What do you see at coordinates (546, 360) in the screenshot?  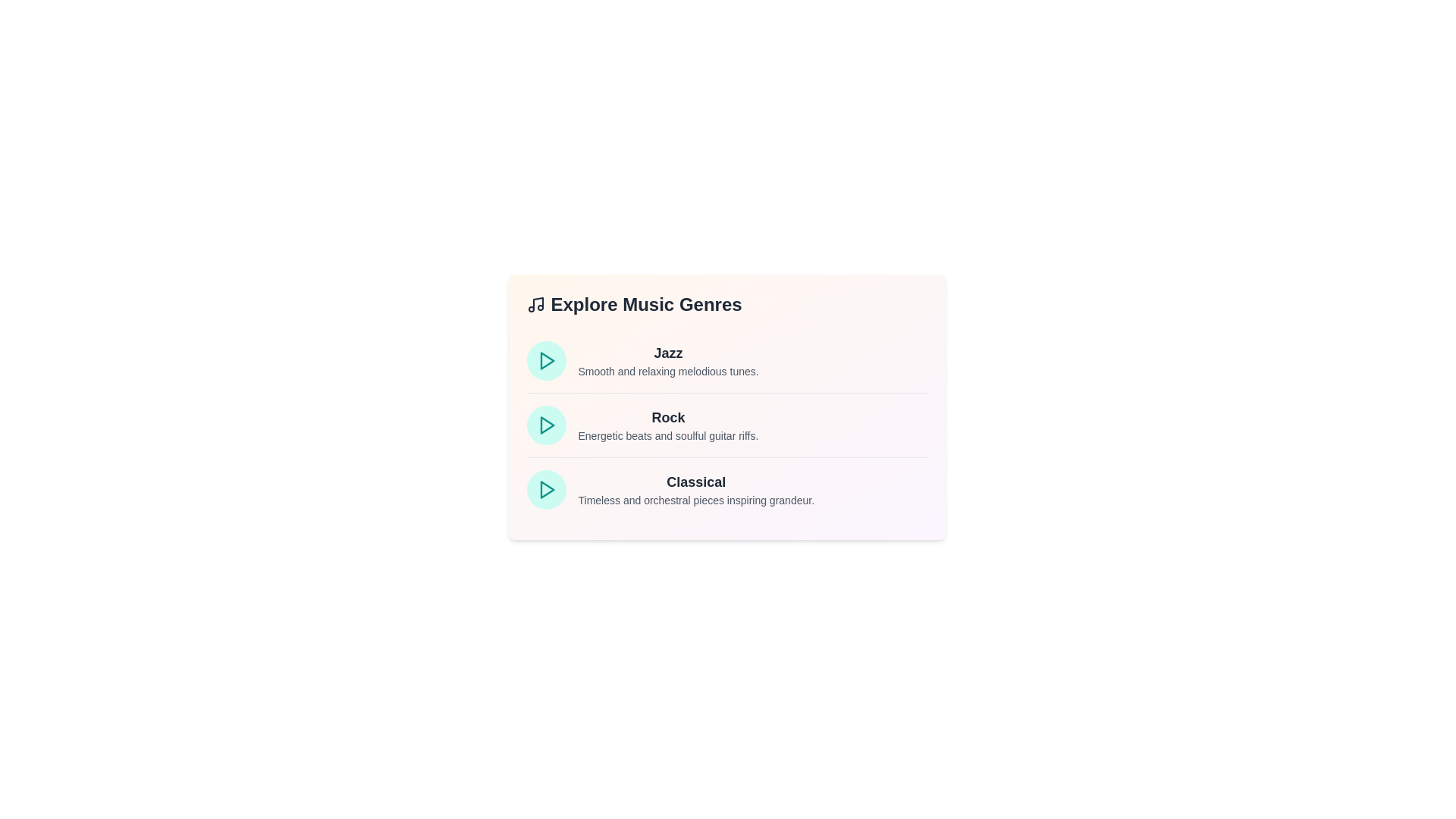 I see `the play icon corresponding to the genre Jazz` at bounding box center [546, 360].